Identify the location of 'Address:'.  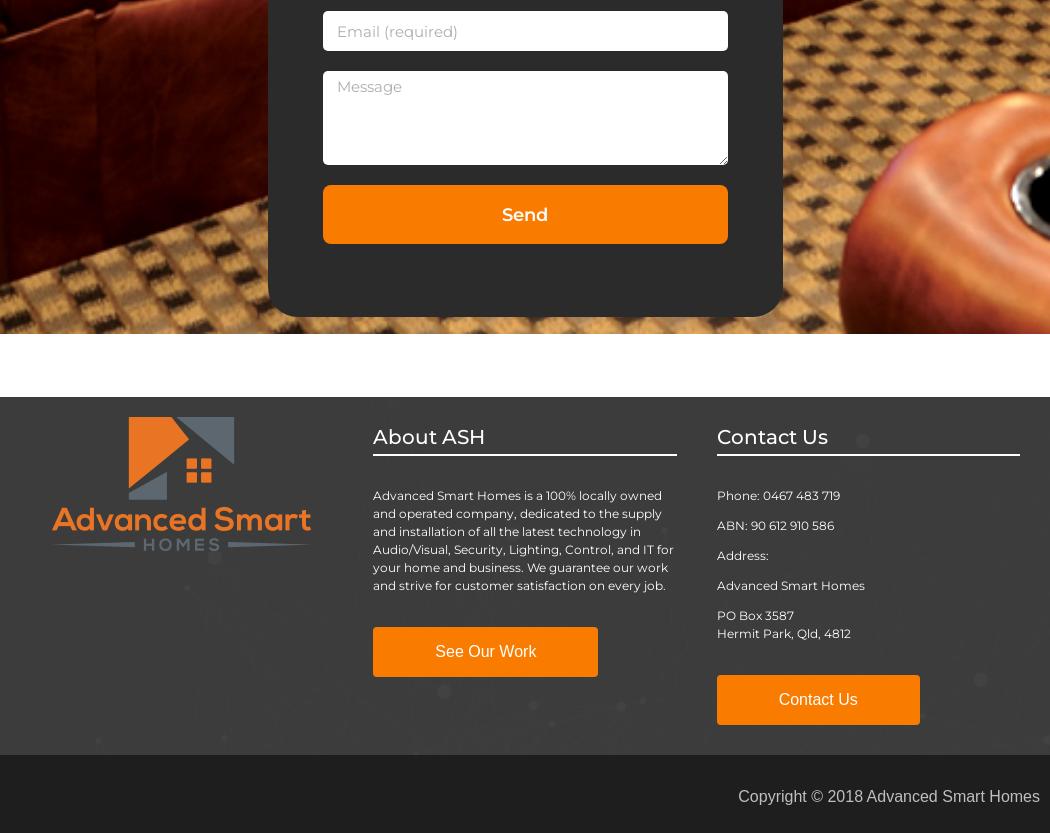
(741, 554).